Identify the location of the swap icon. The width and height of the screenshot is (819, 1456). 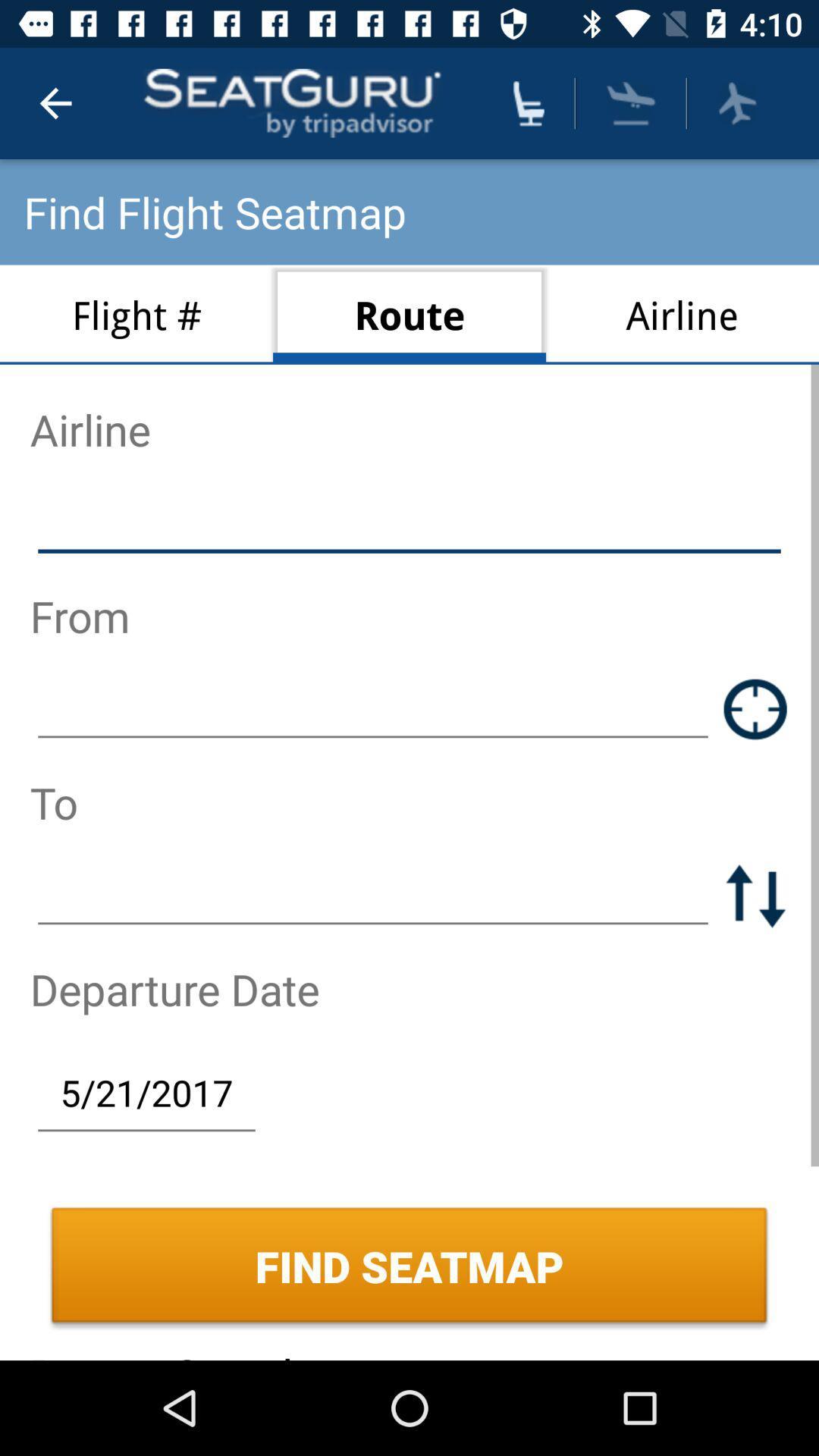
(755, 896).